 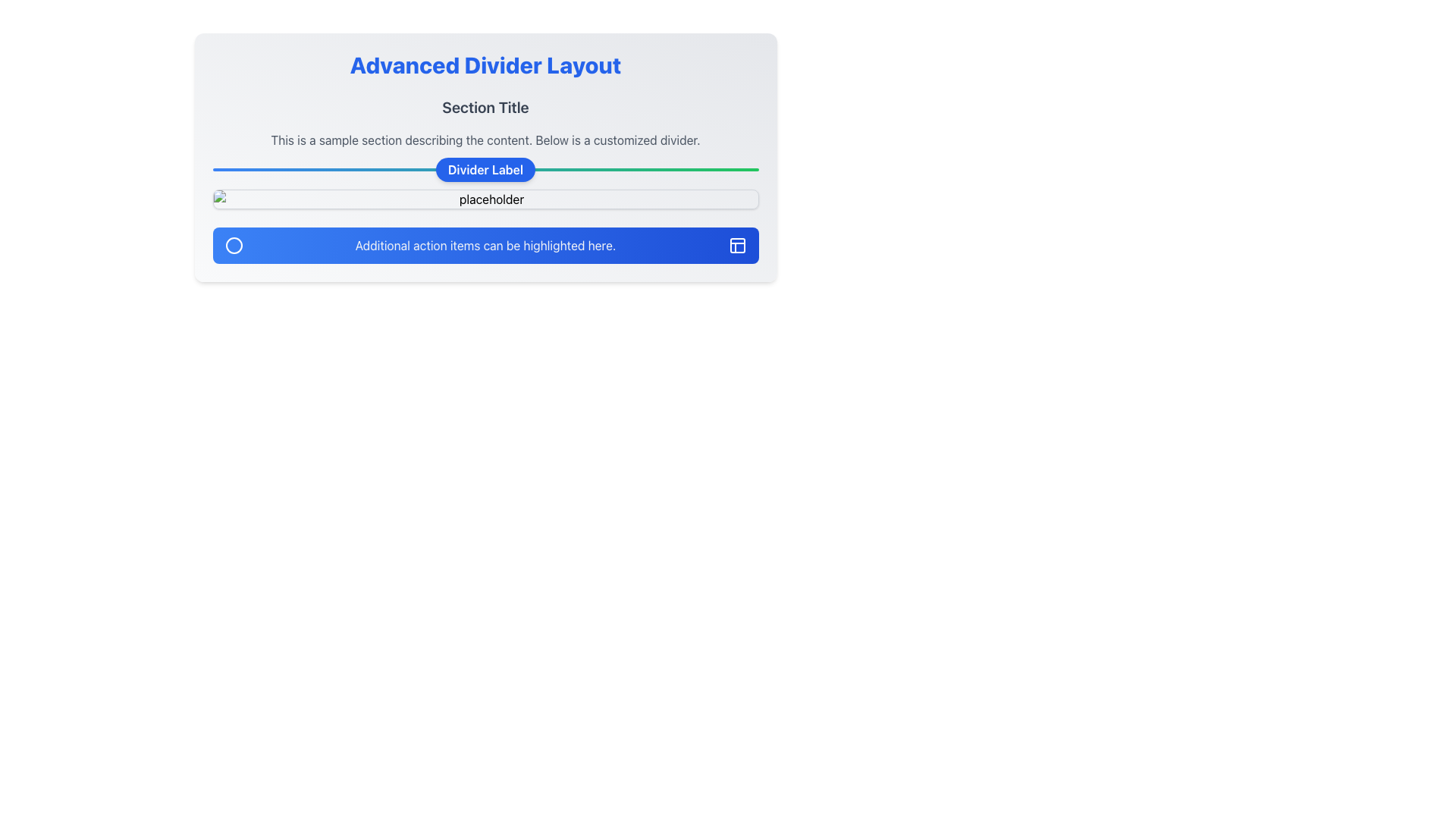 I want to click on the 'Section Title' text heading element, which is displayed in a bold font, larger size, and gray color, located at the top of a group of related elements, so click(x=485, y=107).